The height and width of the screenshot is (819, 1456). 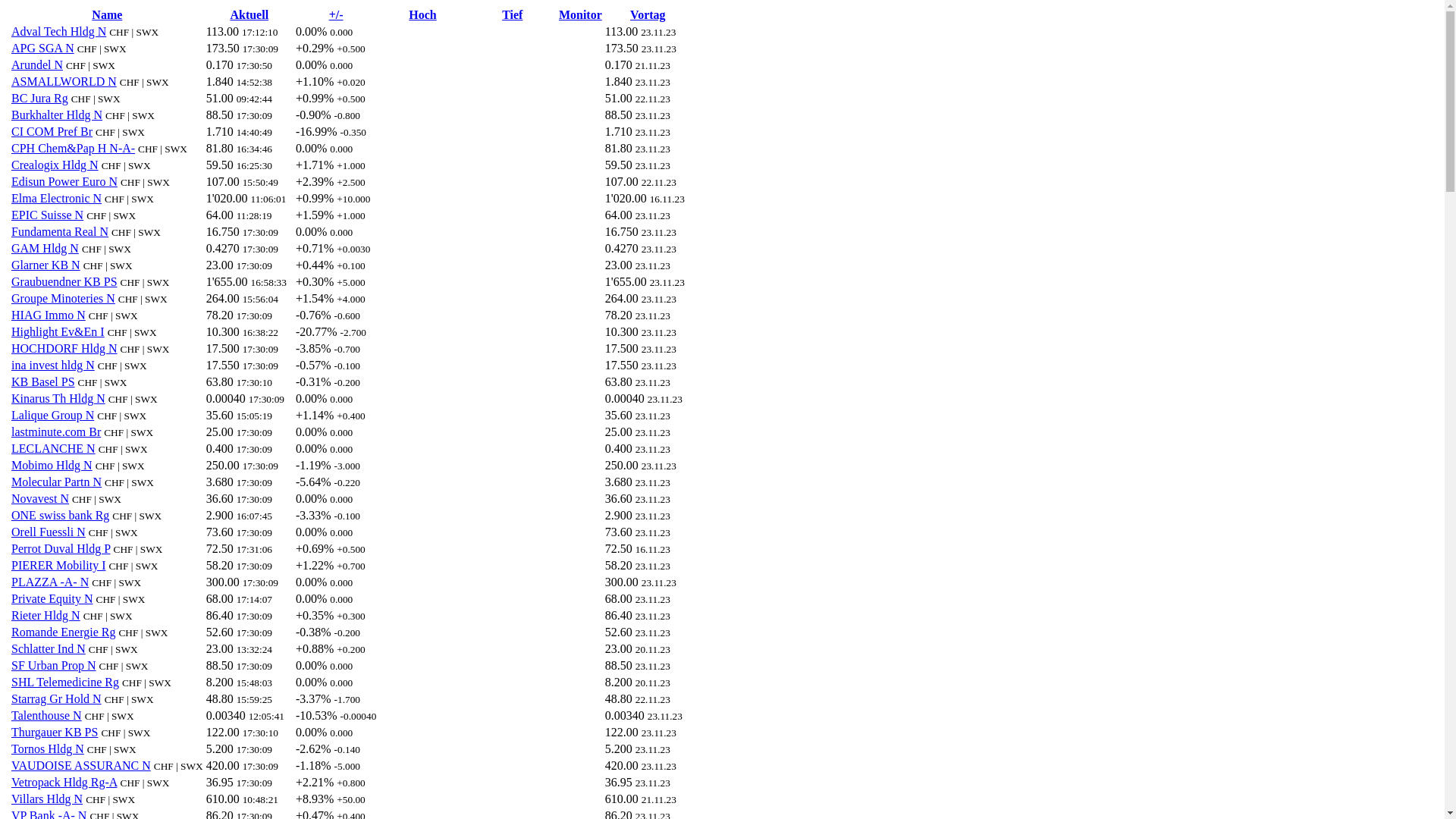 What do you see at coordinates (47, 798) in the screenshot?
I see `'Villars Hldg N'` at bounding box center [47, 798].